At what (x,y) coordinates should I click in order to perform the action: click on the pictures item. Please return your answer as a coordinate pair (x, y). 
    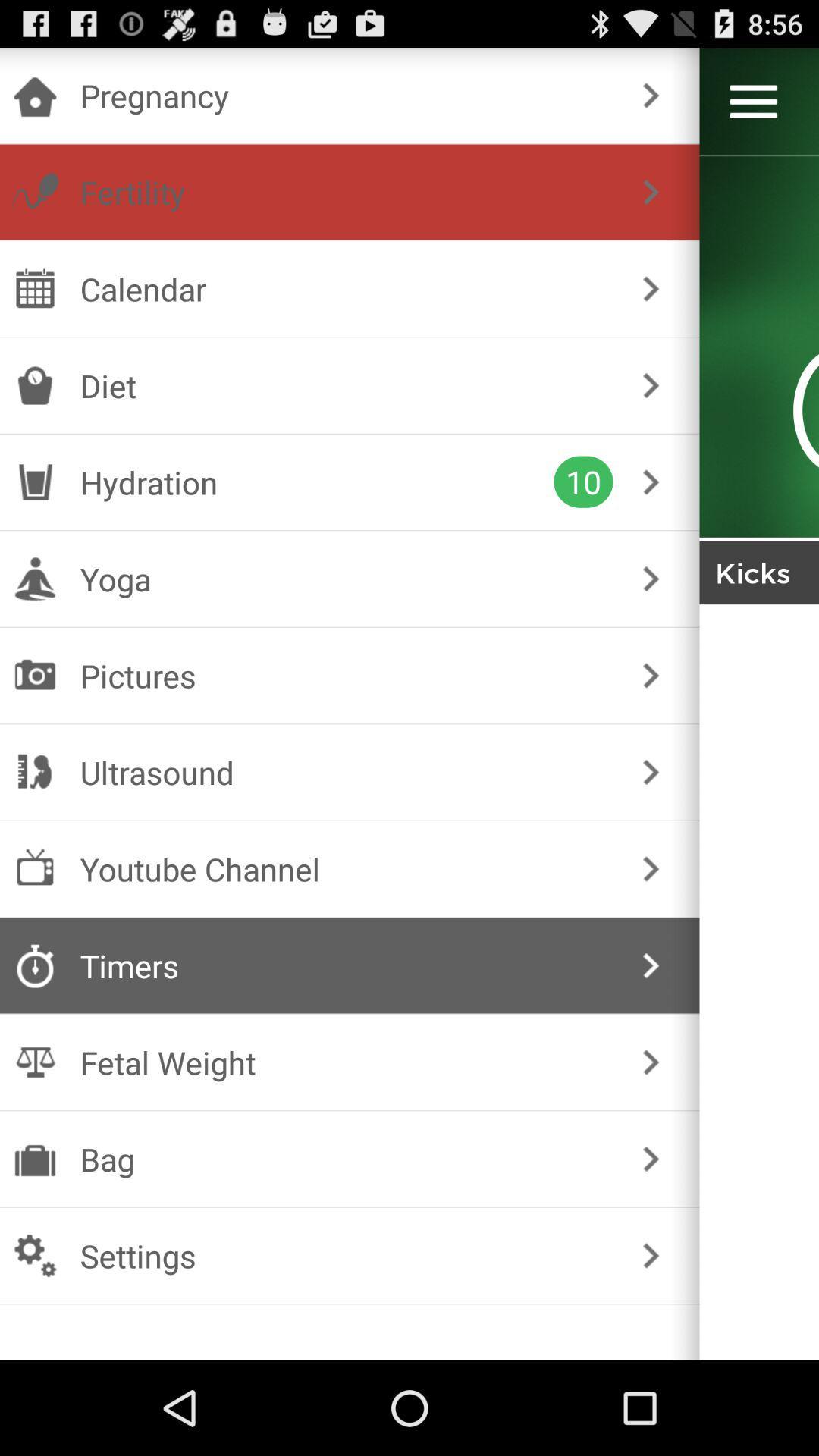
    Looking at the image, I should click on (347, 675).